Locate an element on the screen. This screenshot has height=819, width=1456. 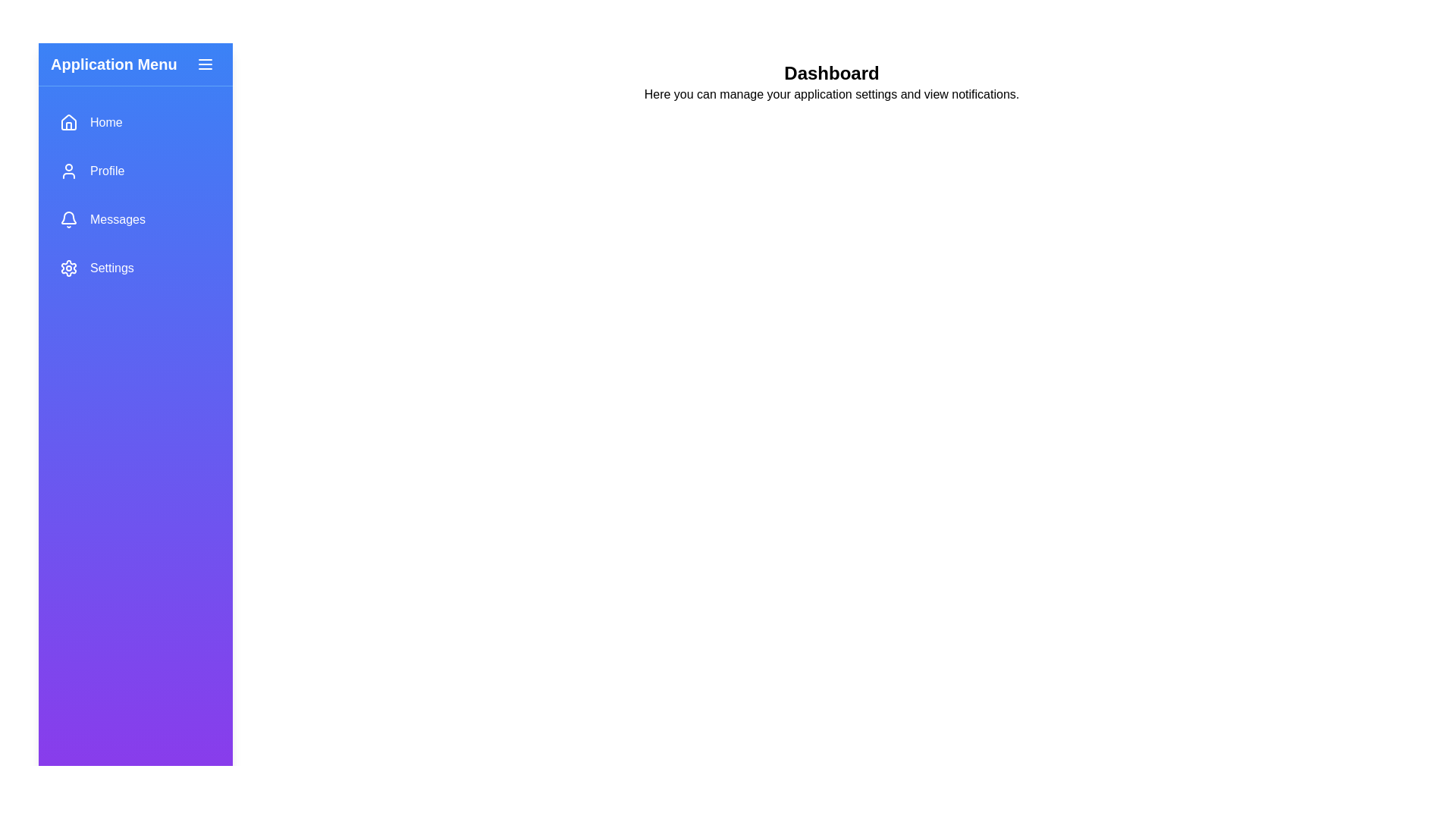
text label indicating 'Messages' in the vertical navigation menu, positioned to the right of the notification bell icon is located at coordinates (117, 219).